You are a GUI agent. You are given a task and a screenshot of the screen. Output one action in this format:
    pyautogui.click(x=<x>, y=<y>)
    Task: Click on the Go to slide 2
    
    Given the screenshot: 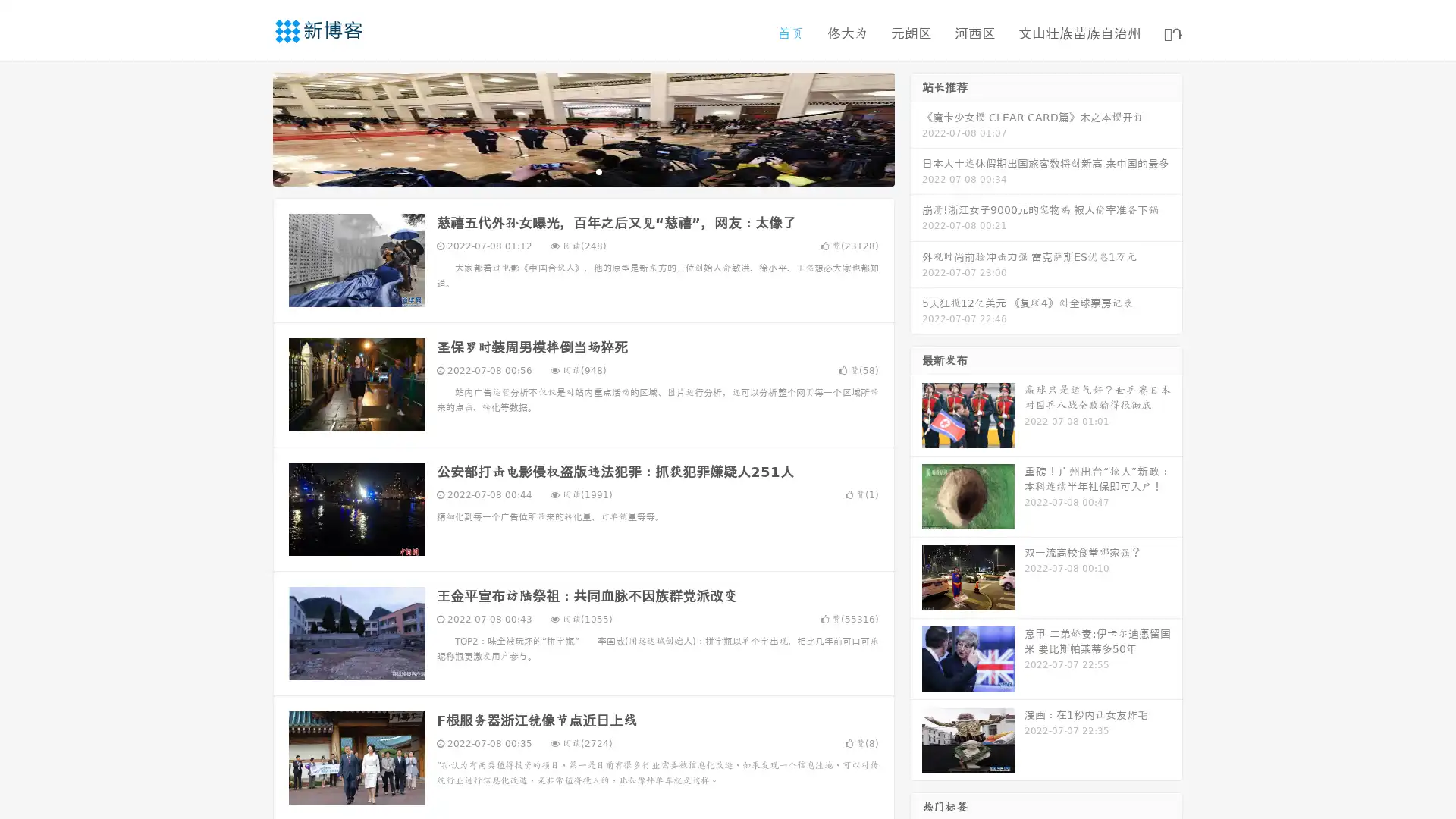 What is the action you would take?
    pyautogui.click(x=582, y=171)
    